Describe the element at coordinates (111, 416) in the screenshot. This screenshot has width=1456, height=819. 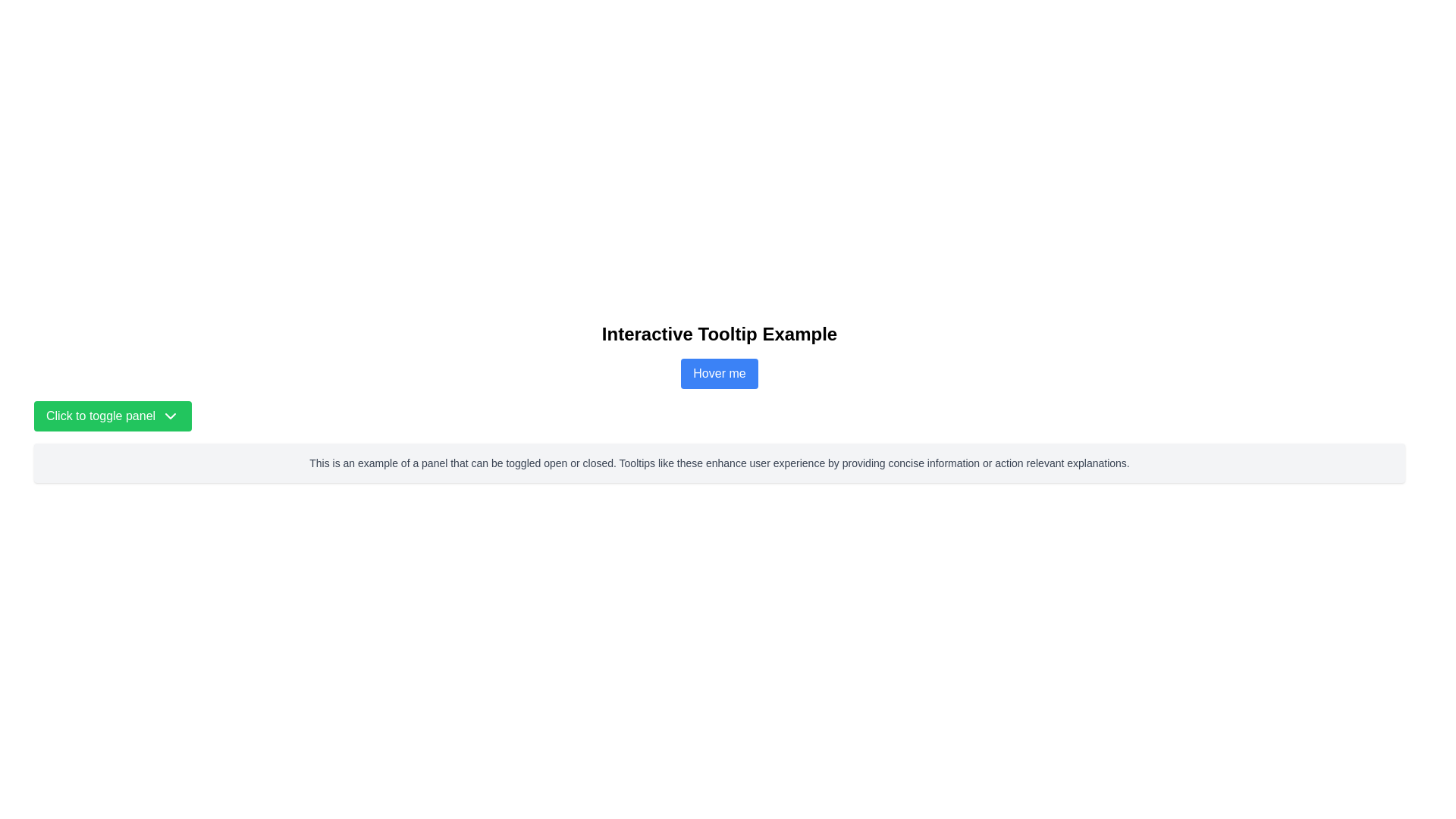
I see `the button in the bottom-left portion of the main content area` at that location.